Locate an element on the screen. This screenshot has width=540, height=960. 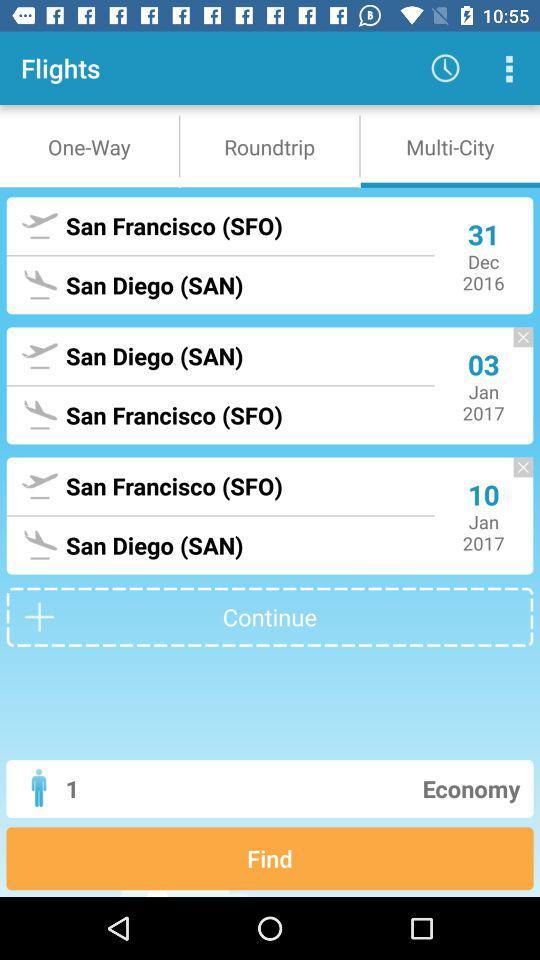
find is located at coordinates (270, 857).